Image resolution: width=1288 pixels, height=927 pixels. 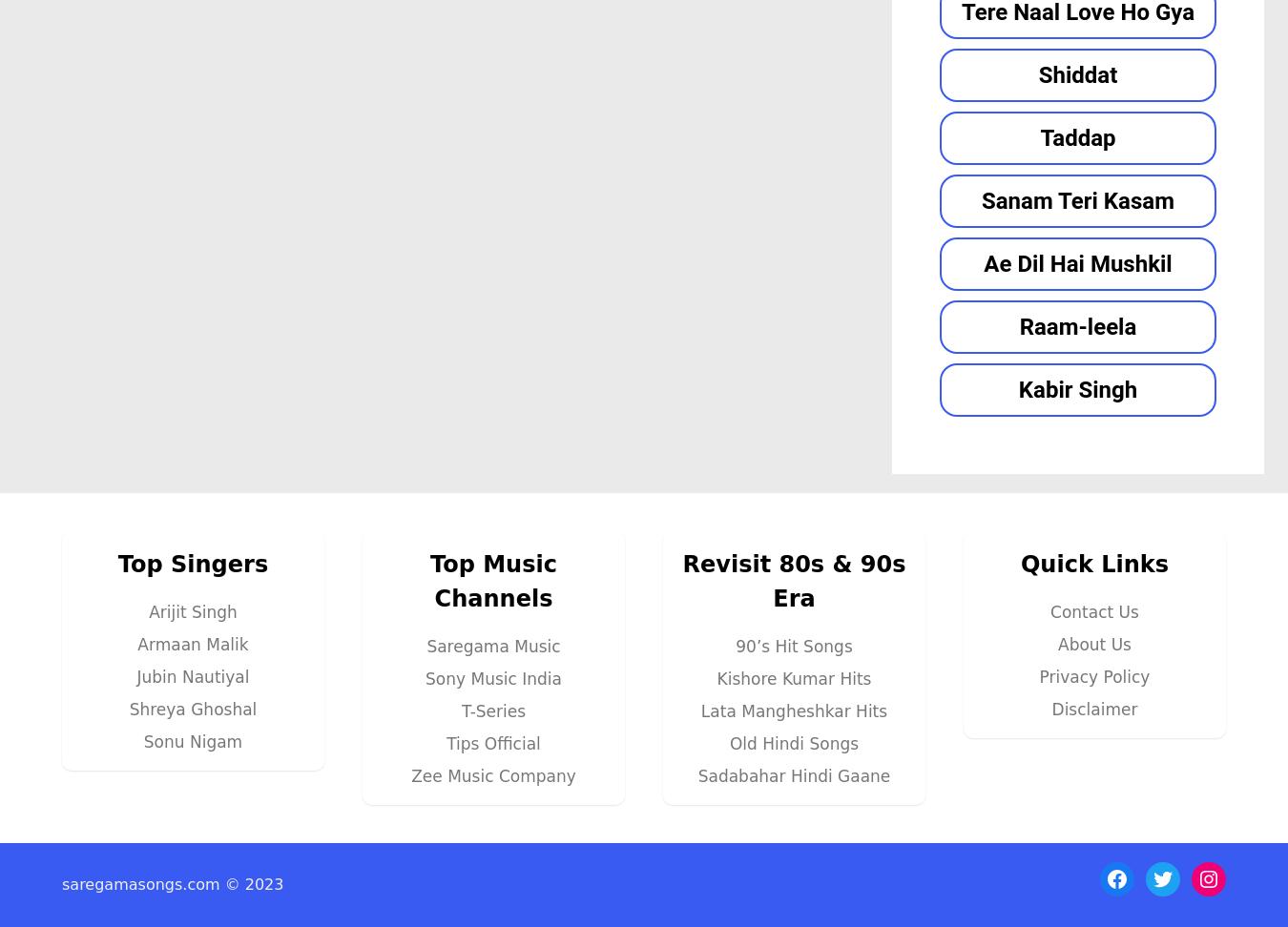 What do you see at coordinates (492, 742) in the screenshot?
I see `'Tips Official'` at bounding box center [492, 742].